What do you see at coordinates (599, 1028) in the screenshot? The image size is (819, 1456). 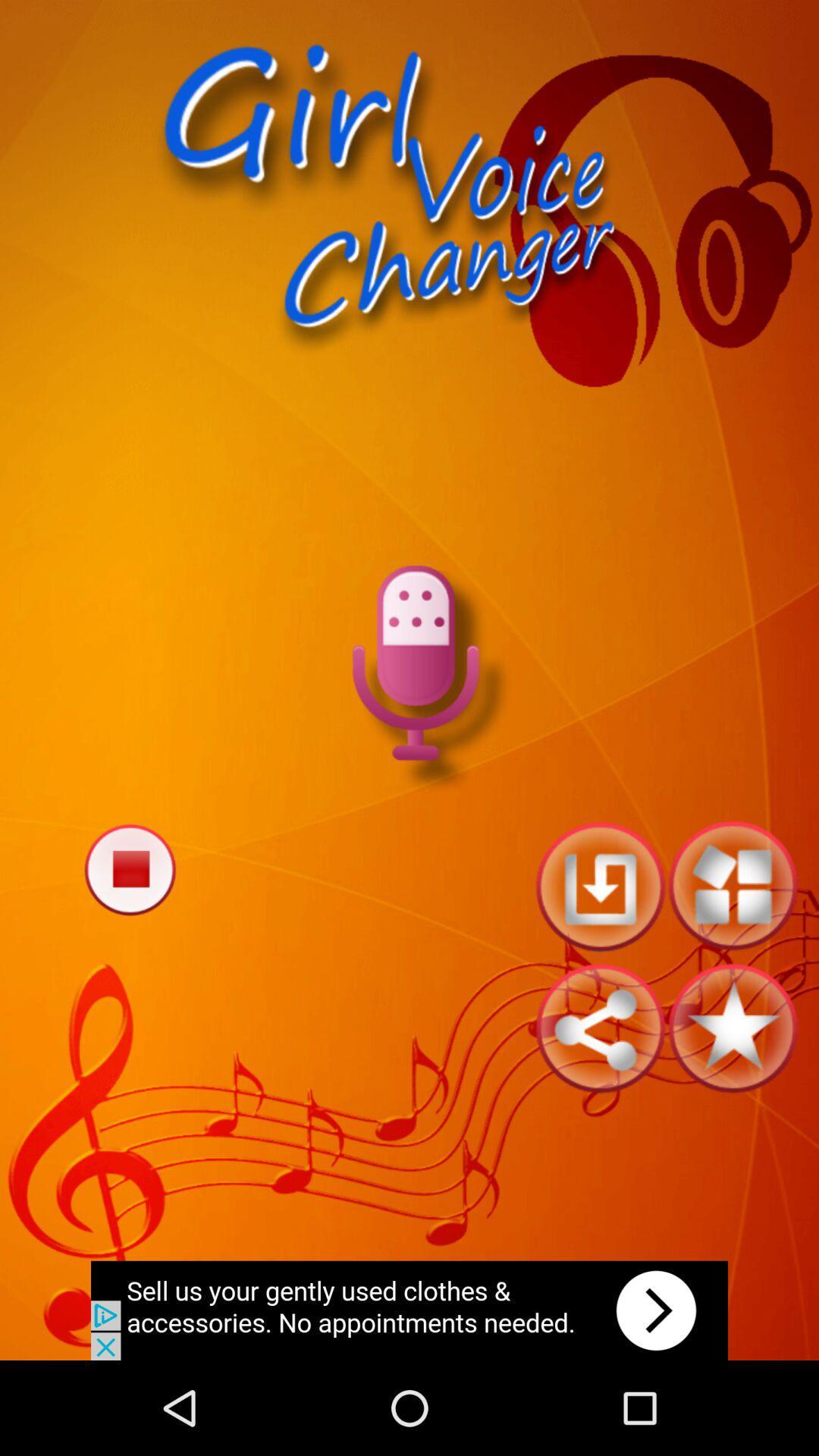 I see `share to site` at bounding box center [599, 1028].